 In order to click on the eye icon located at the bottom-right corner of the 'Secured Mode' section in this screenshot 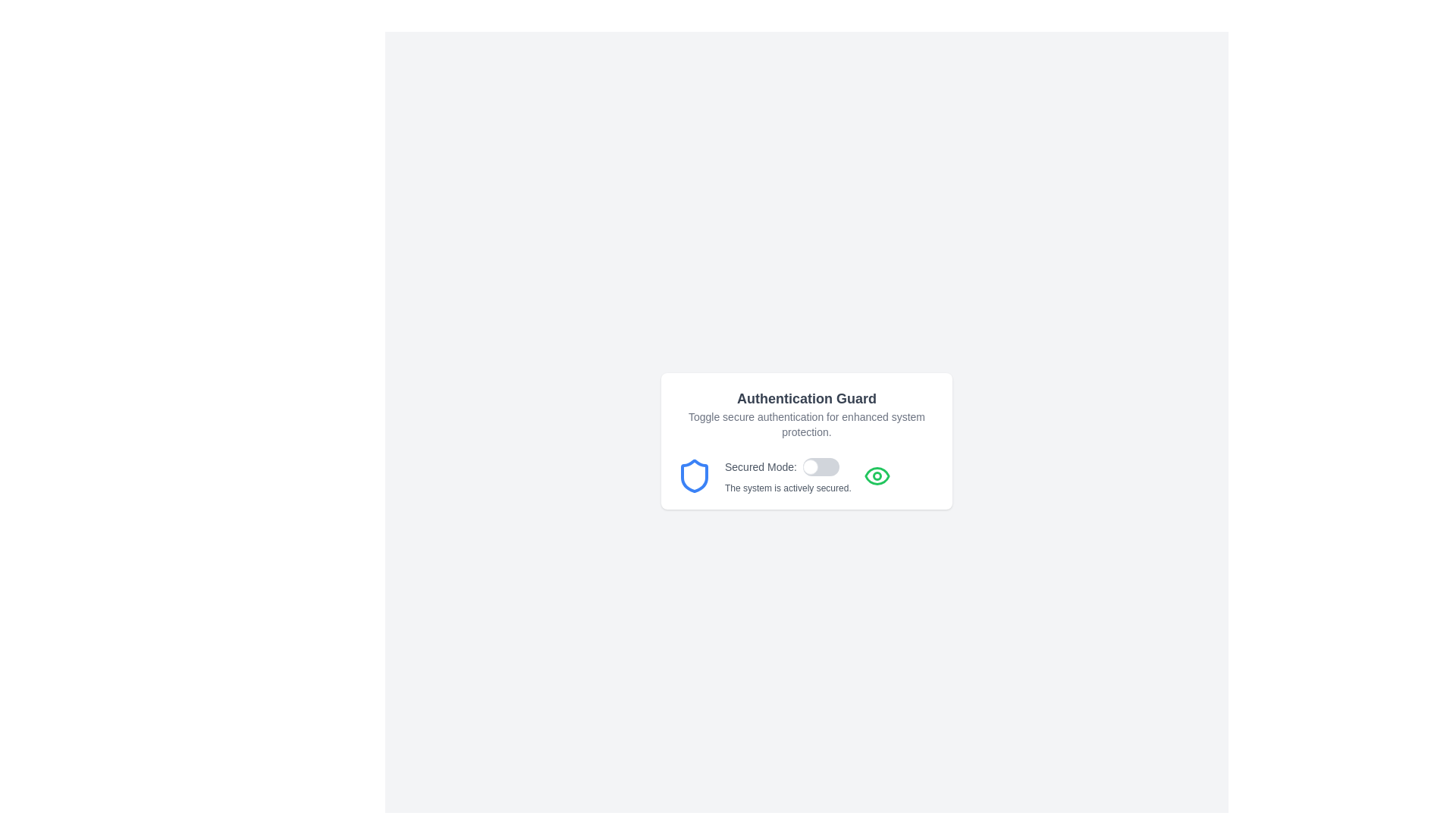, I will do `click(877, 475)`.